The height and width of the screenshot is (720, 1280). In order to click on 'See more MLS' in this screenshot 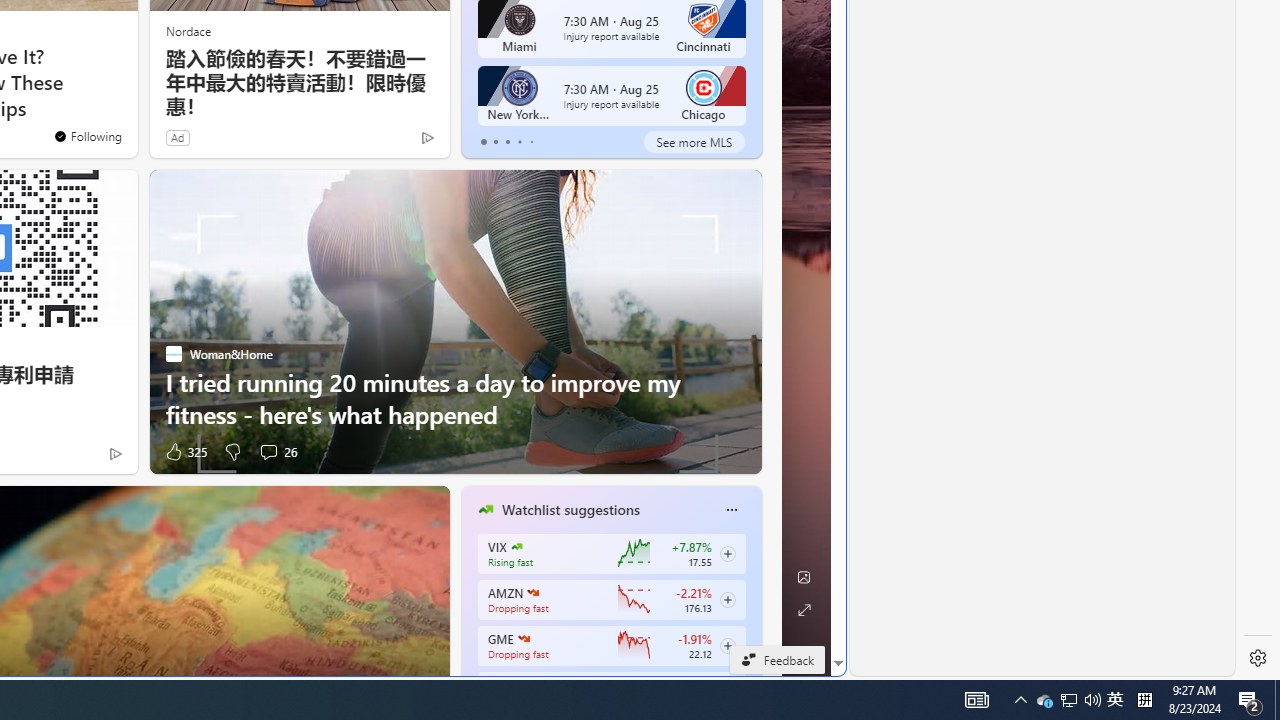, I will do `click(694, 141)`.